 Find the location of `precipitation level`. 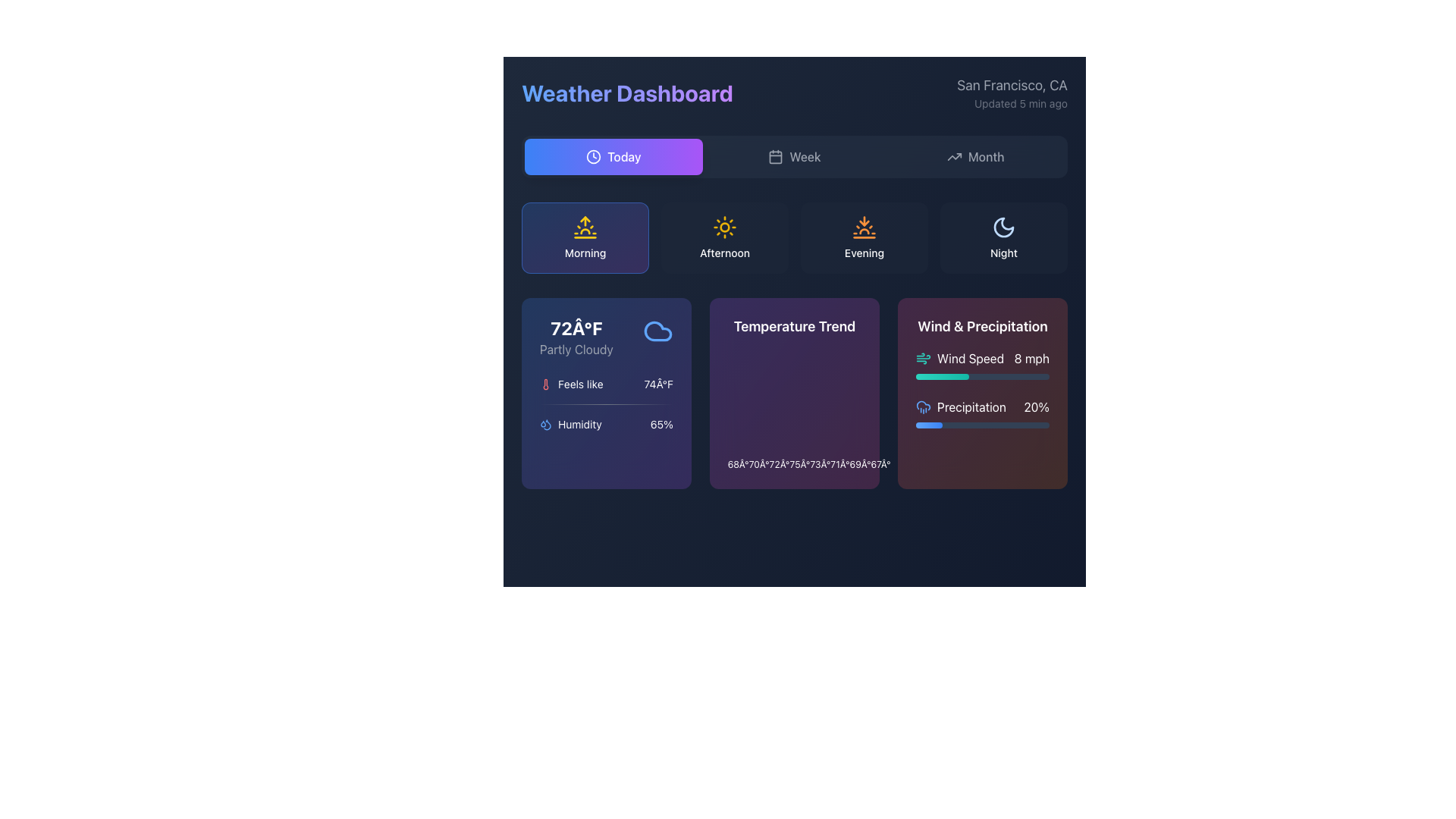

precipitation level is located at coordinates (968, 376).